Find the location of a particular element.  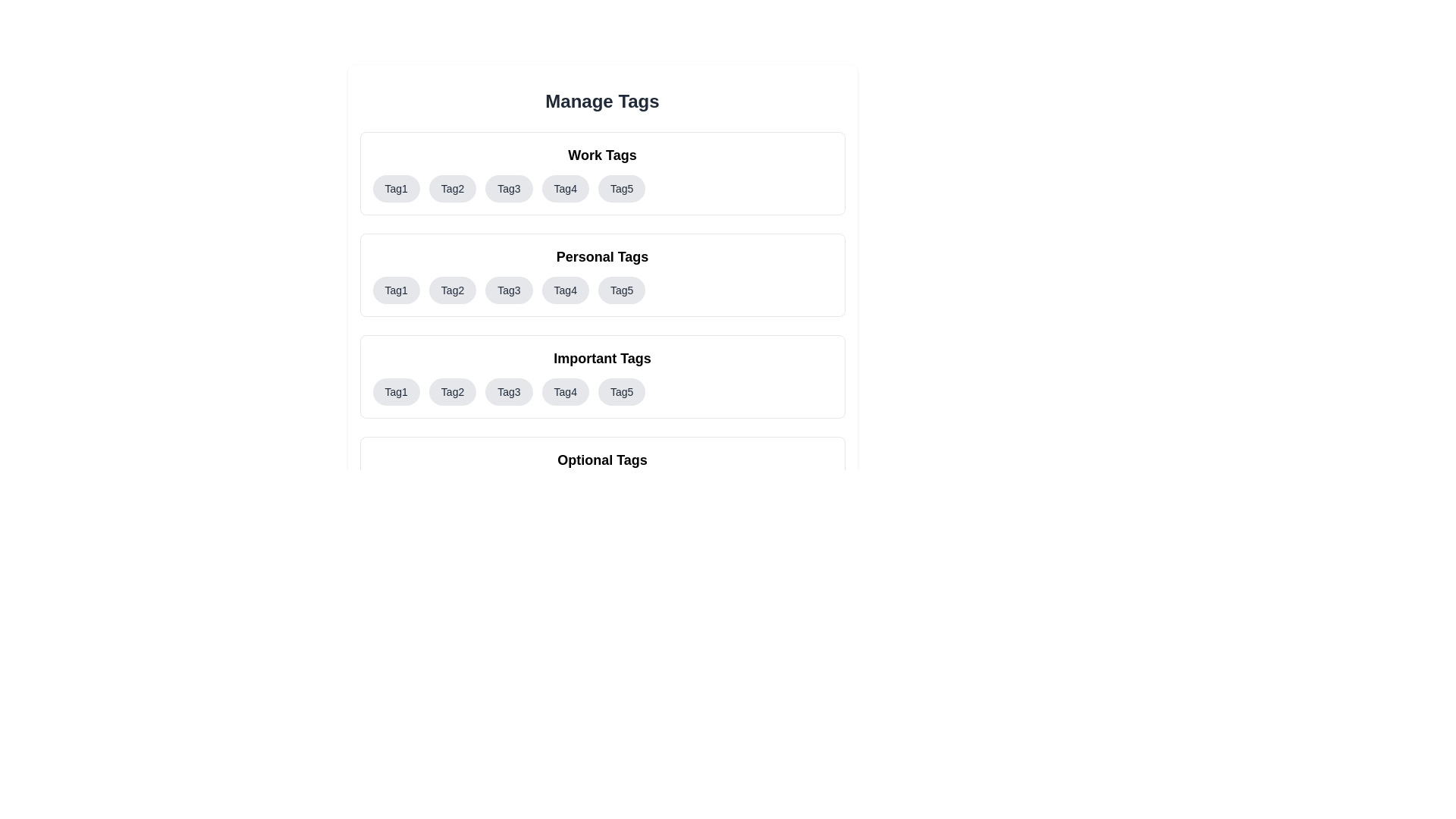

text label 'Personal Tags' which is styled in a larger font size and bold formatting, located in the second section of a vertically aligned list of tag categories is located at coordinates (601, 256).